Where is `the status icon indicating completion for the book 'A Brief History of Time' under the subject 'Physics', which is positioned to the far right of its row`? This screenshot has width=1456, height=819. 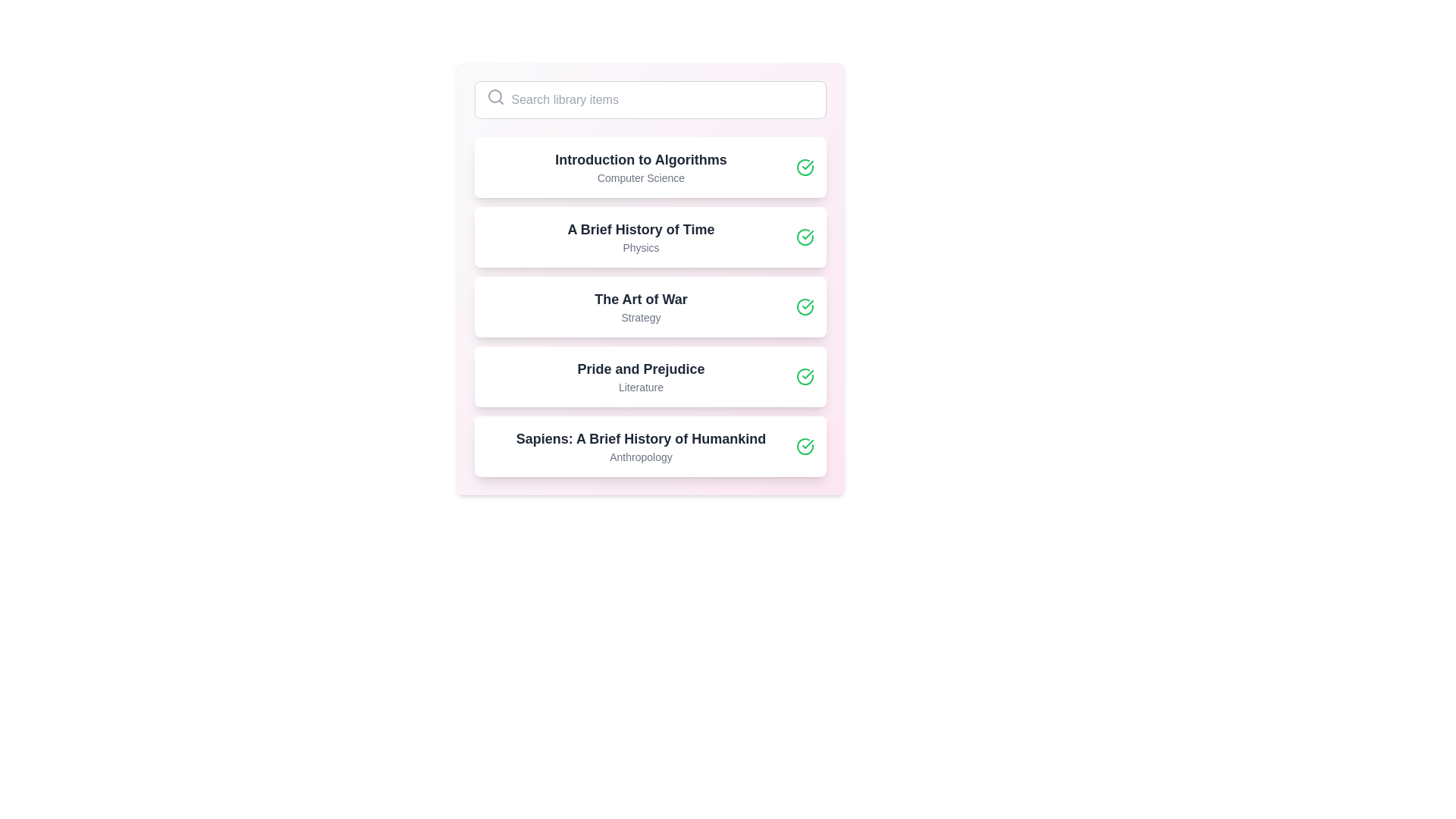
the status icon indicating completion for the book 'A Brief History of Time' under the subject 'Physics', which is positioned to the far right of its row is located at coordinates (807, 234).